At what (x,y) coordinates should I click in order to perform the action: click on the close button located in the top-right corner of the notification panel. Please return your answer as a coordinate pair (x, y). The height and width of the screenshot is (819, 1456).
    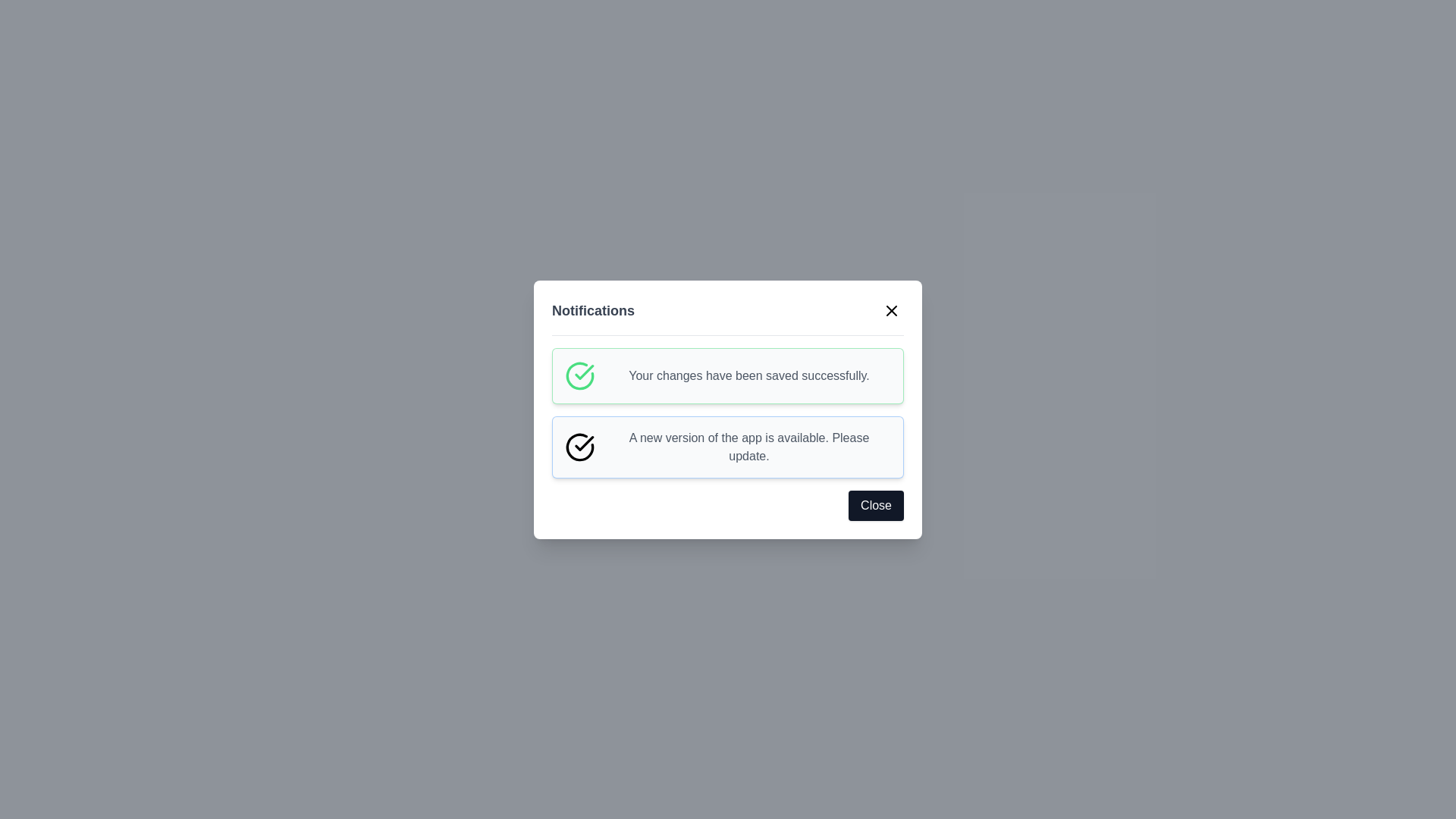
    Looking at the image, I should click on (892, 309).